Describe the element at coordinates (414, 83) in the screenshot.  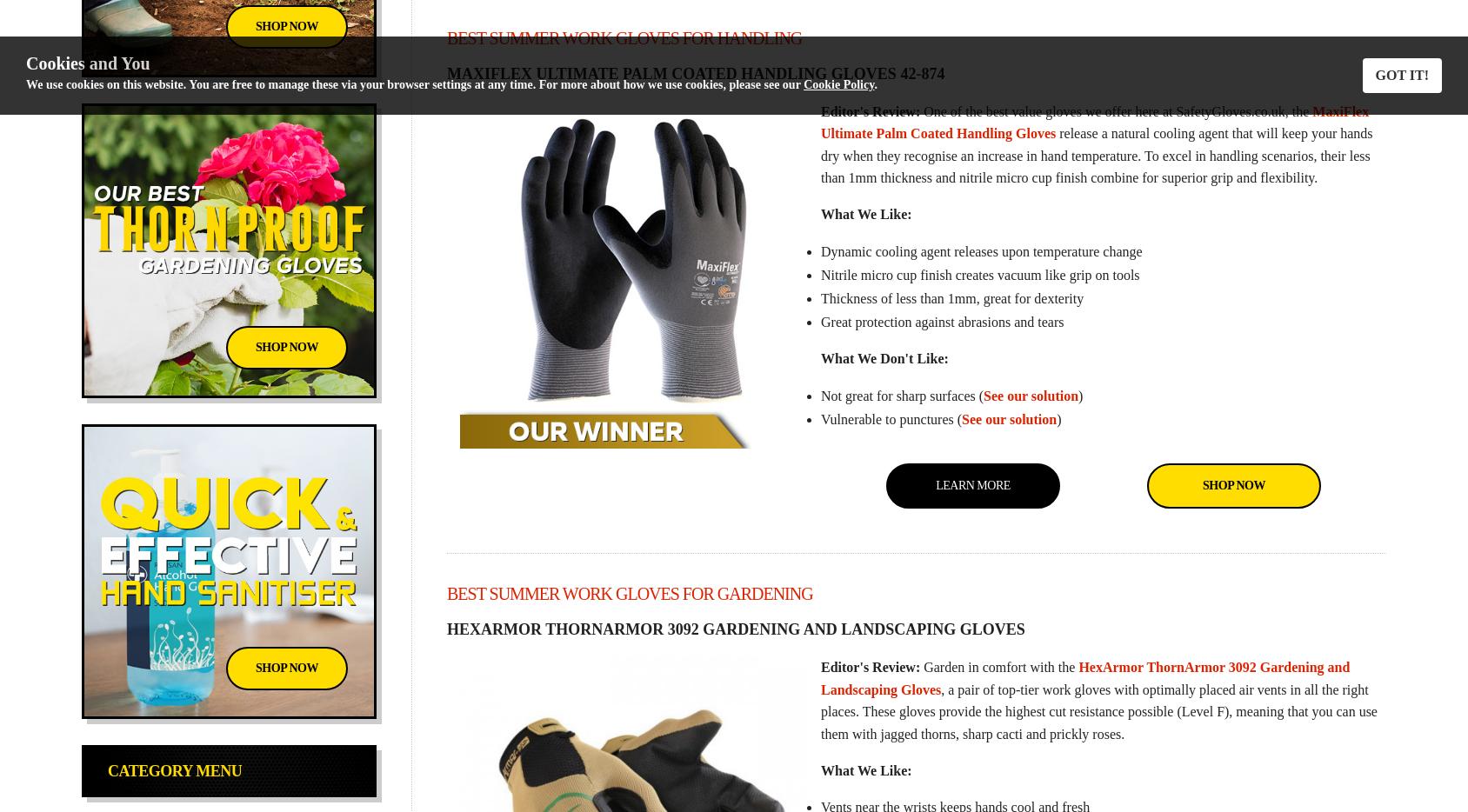
I see `'We use cookies on this website. You are free to manage these via your browser settings at any time. For more about how we use cookies, please see our'` at that location.